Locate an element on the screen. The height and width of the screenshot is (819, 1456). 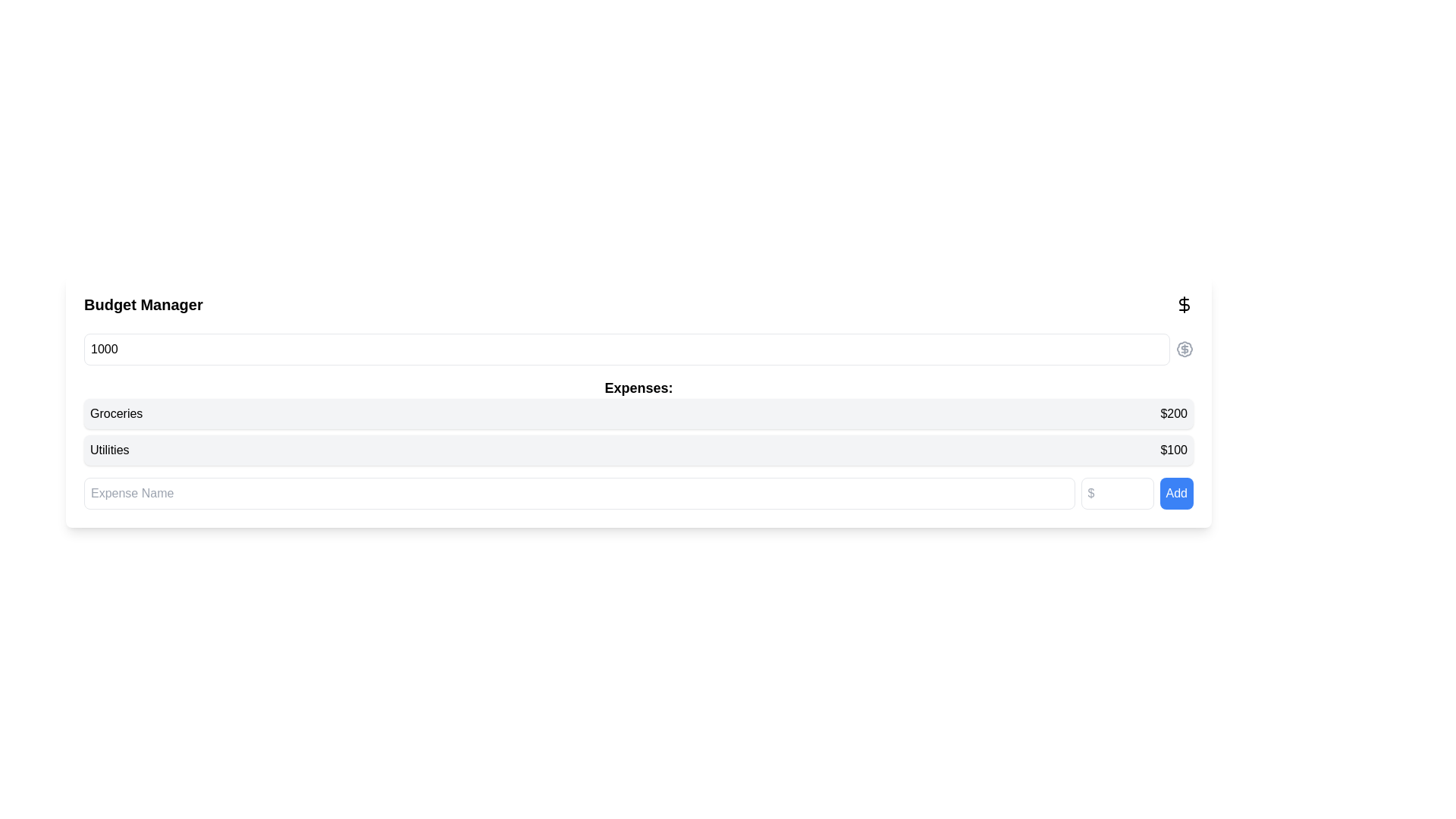
the dollar sign icon that symbolizes monetary values, located to the right of the 'Set your budget' input field with a pre-filled value of 1000 is located at coordinates (1184, 350).